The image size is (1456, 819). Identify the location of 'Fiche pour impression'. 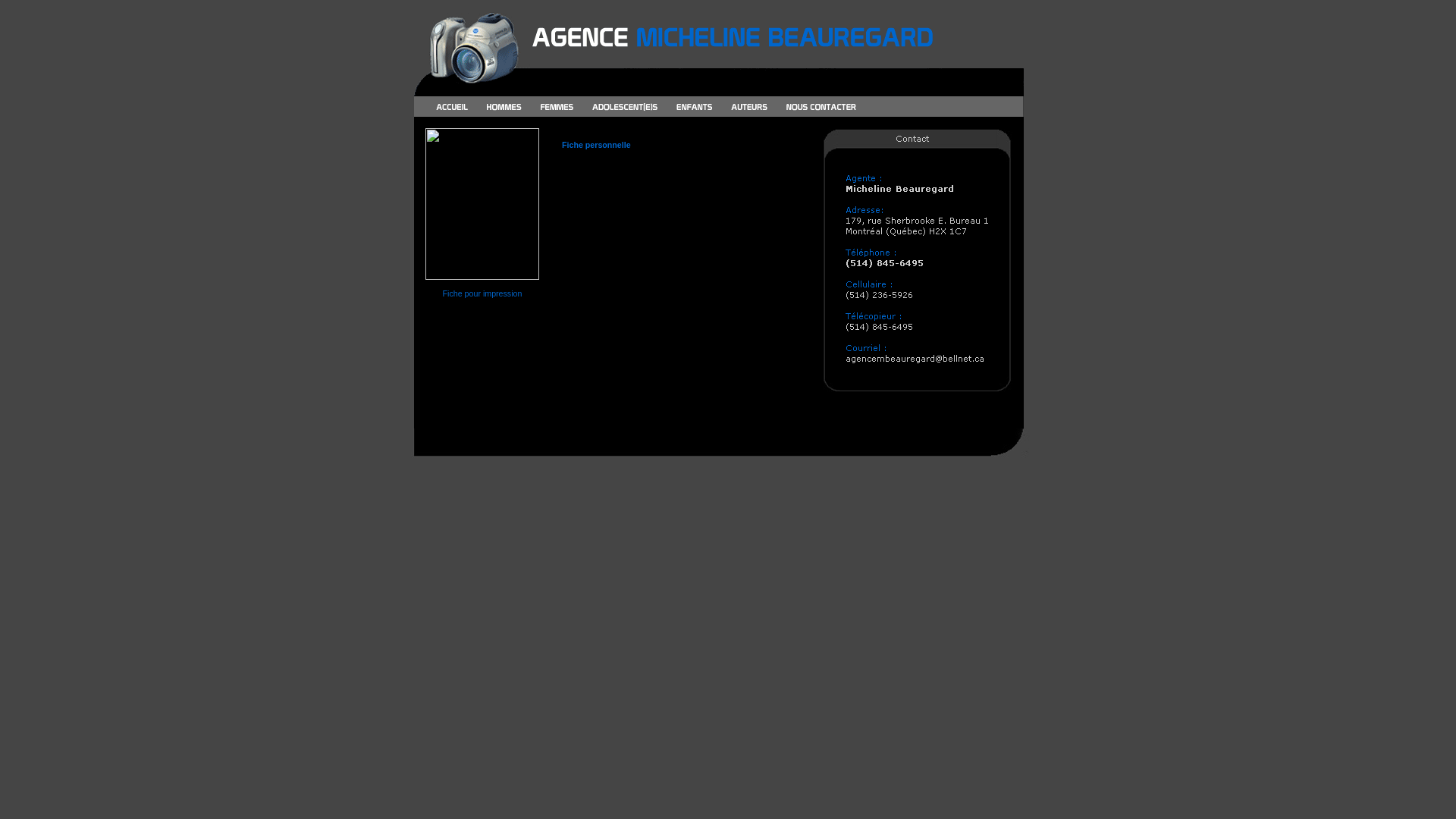
(482, 293).